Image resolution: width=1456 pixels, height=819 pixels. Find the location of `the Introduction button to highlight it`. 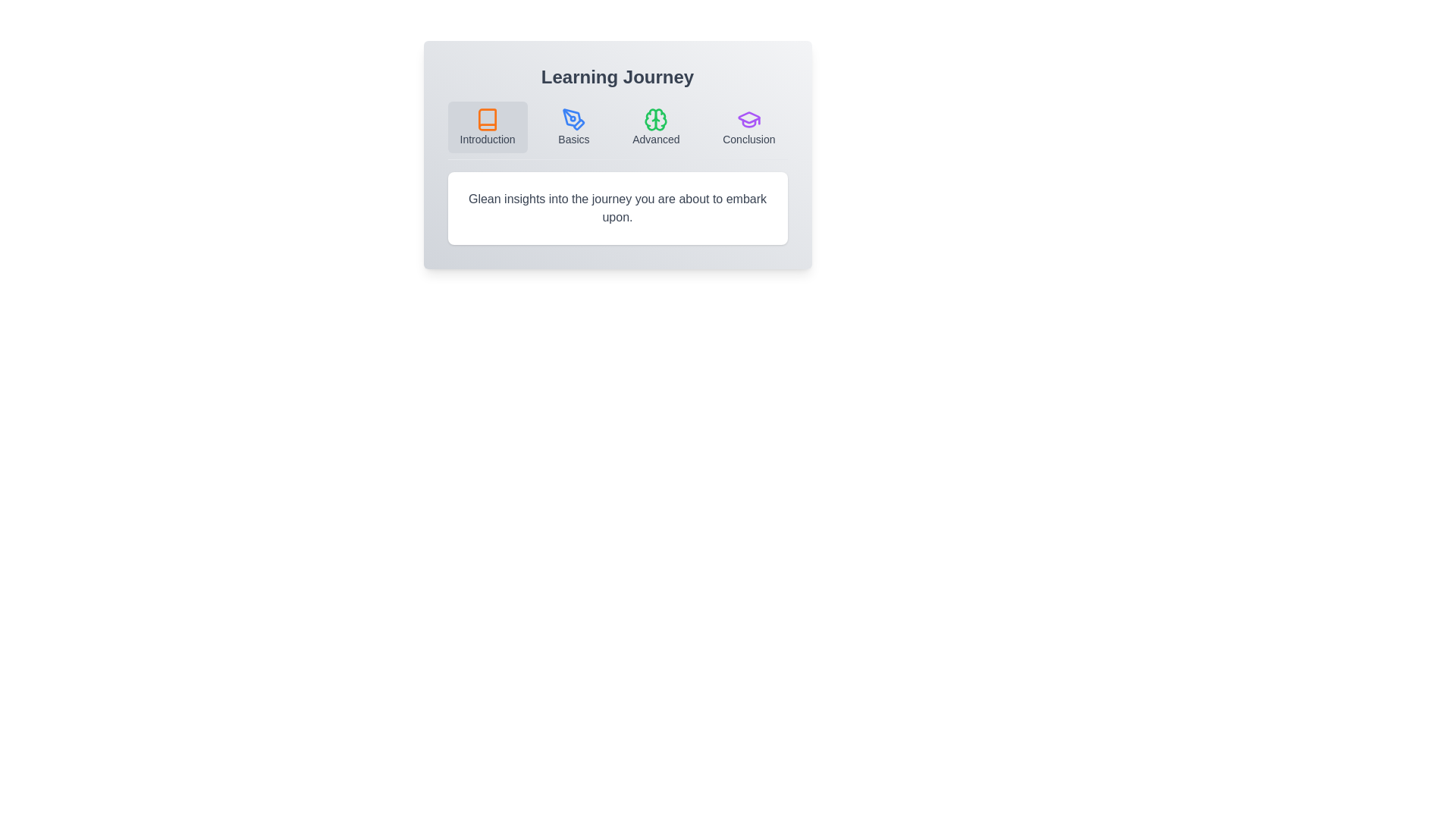

the Introduction button to highlight it is located at coordinates (488, 127).